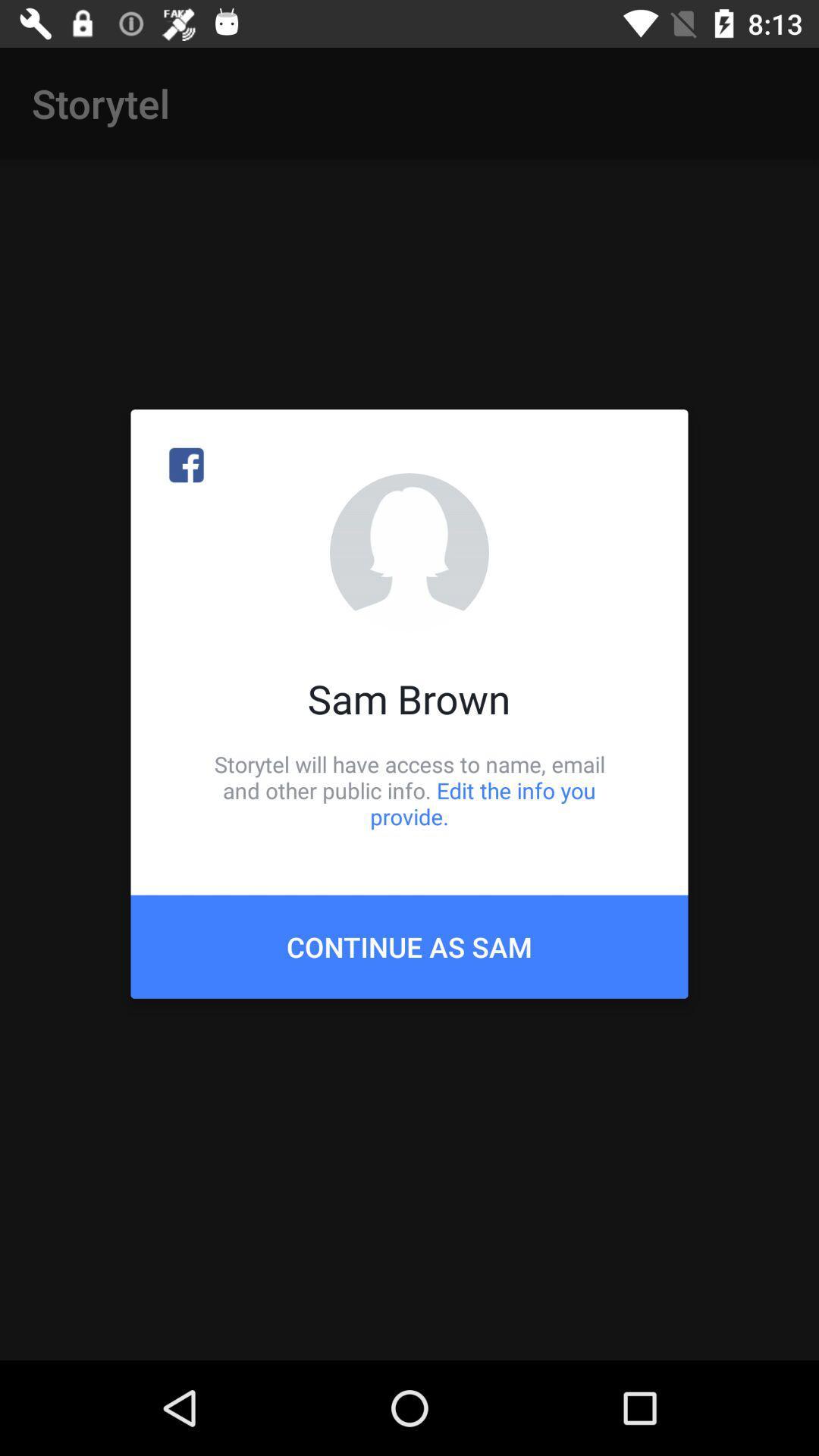  Describe the element at coordinates (409, 946) in the screenshot. I see `the continue as sam` at that location.